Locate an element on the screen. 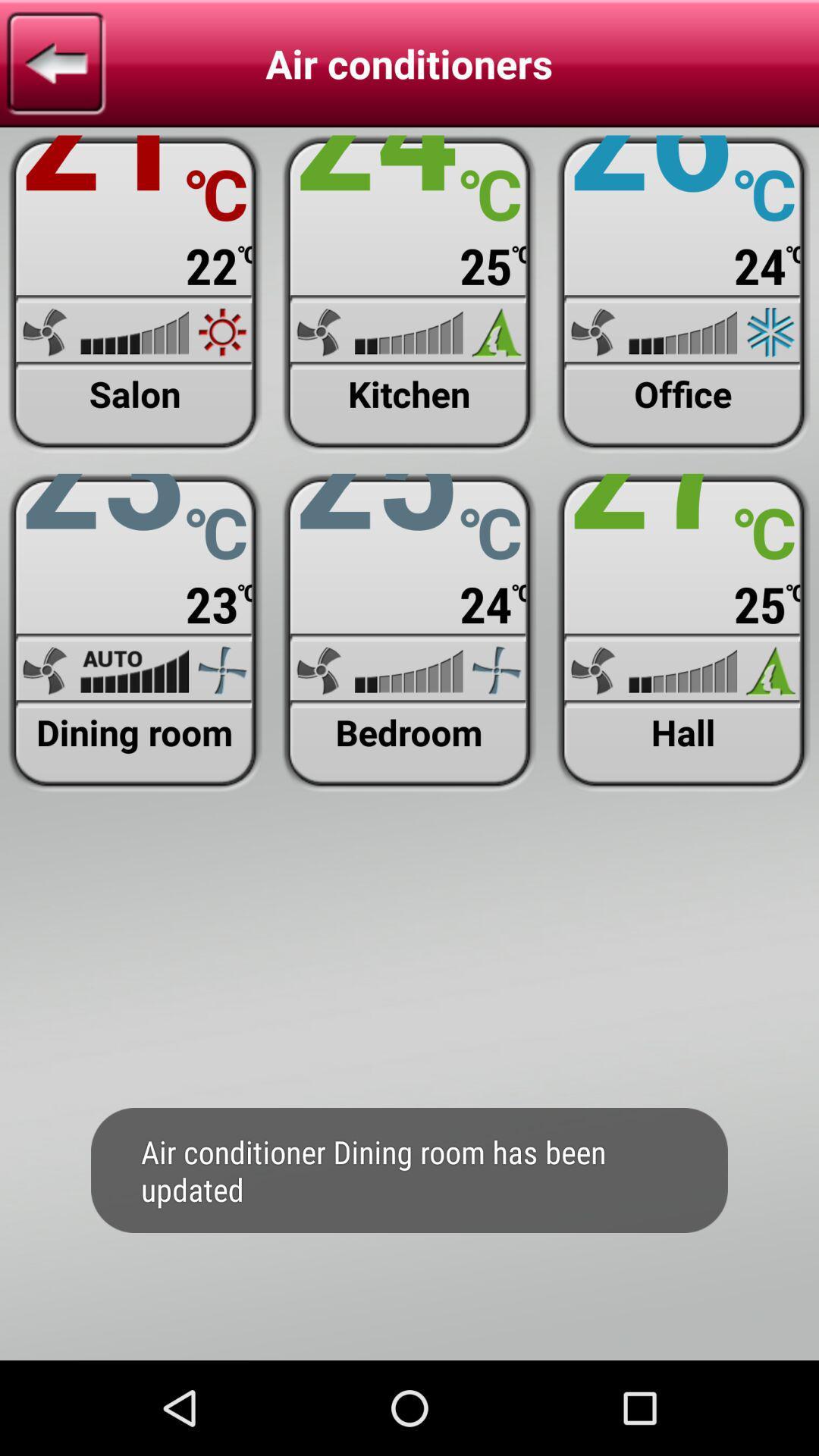 The image size is (819, 1456). area is located at coordinates (408, 294).